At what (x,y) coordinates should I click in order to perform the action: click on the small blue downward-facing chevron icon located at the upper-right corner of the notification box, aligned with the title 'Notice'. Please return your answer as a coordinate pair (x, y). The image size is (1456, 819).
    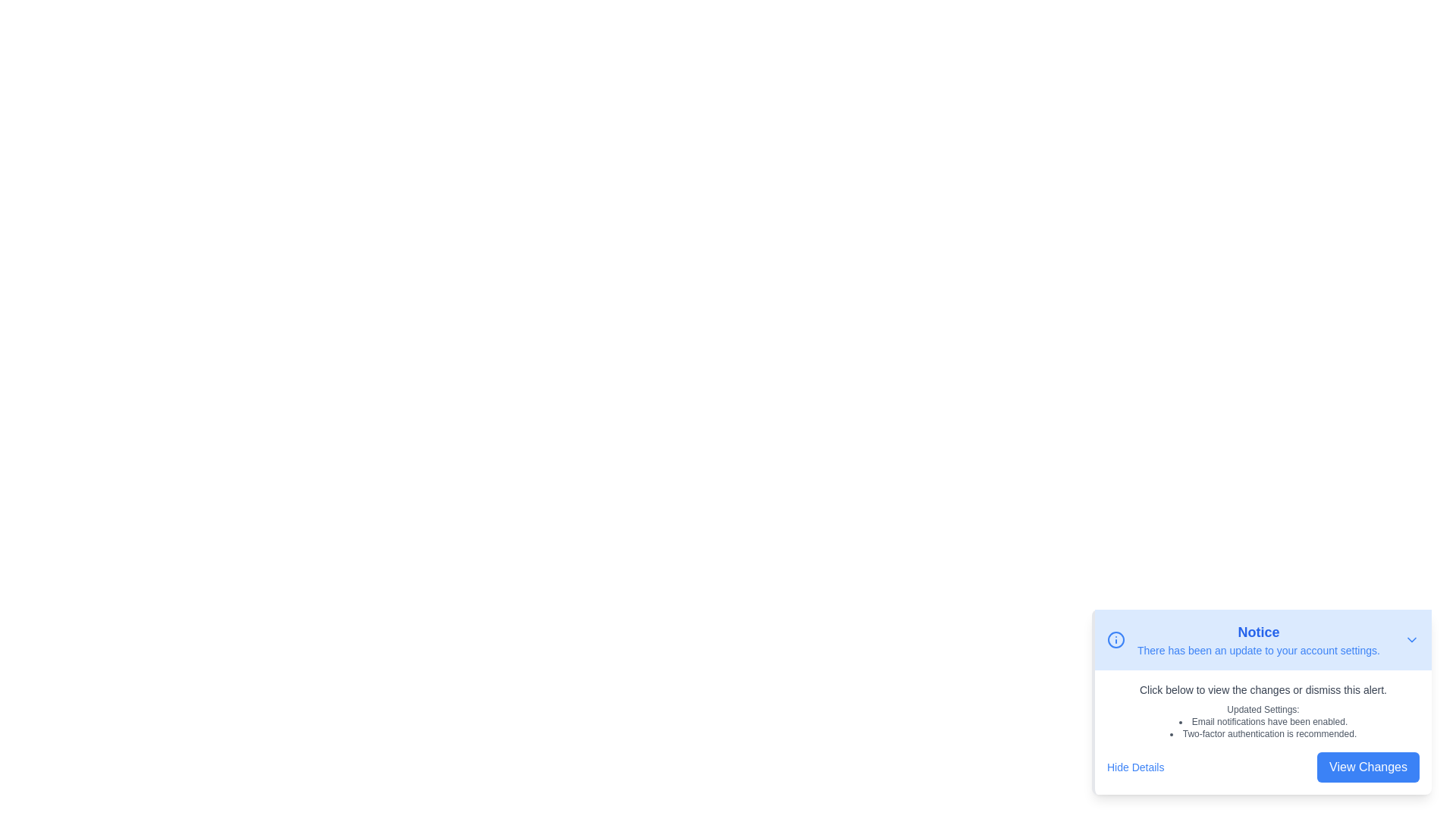
    Looking at the image, I should click on (1411, 640).